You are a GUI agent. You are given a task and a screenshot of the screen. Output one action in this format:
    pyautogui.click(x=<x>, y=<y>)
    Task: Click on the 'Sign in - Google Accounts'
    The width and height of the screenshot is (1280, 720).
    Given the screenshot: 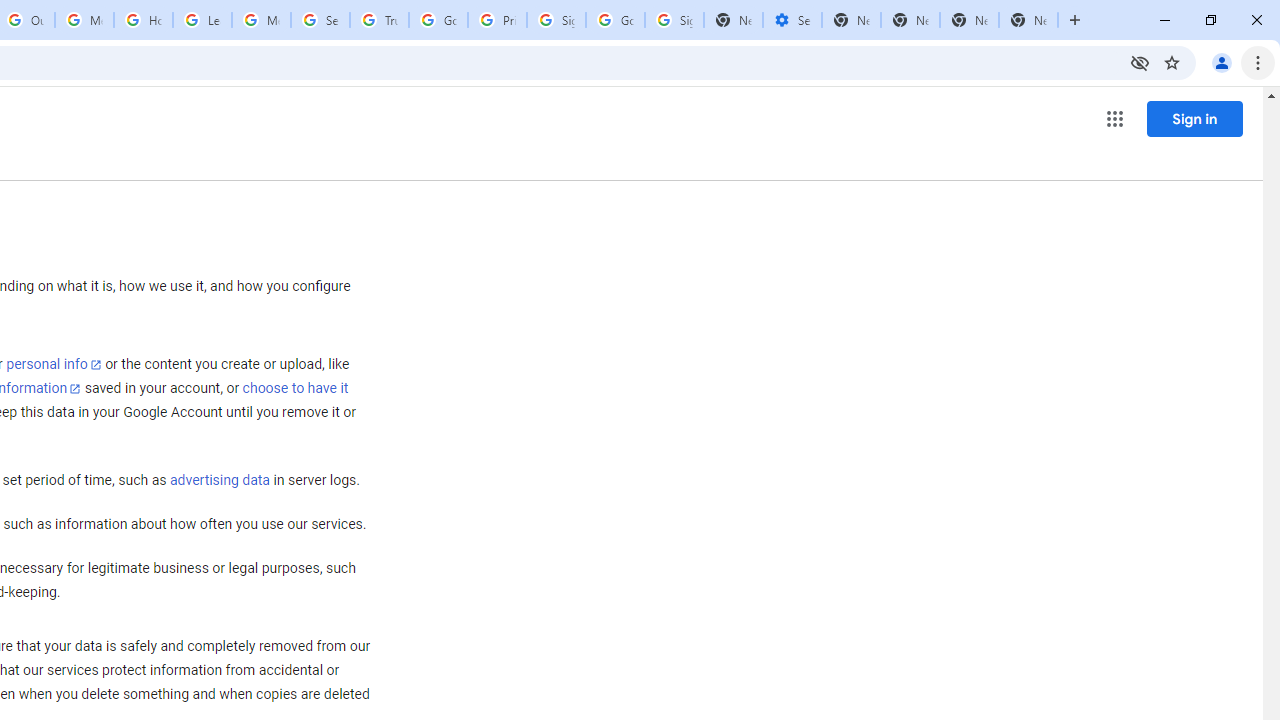 What is the action you would take?
    pyautogui.click(x=556, y=20)
    